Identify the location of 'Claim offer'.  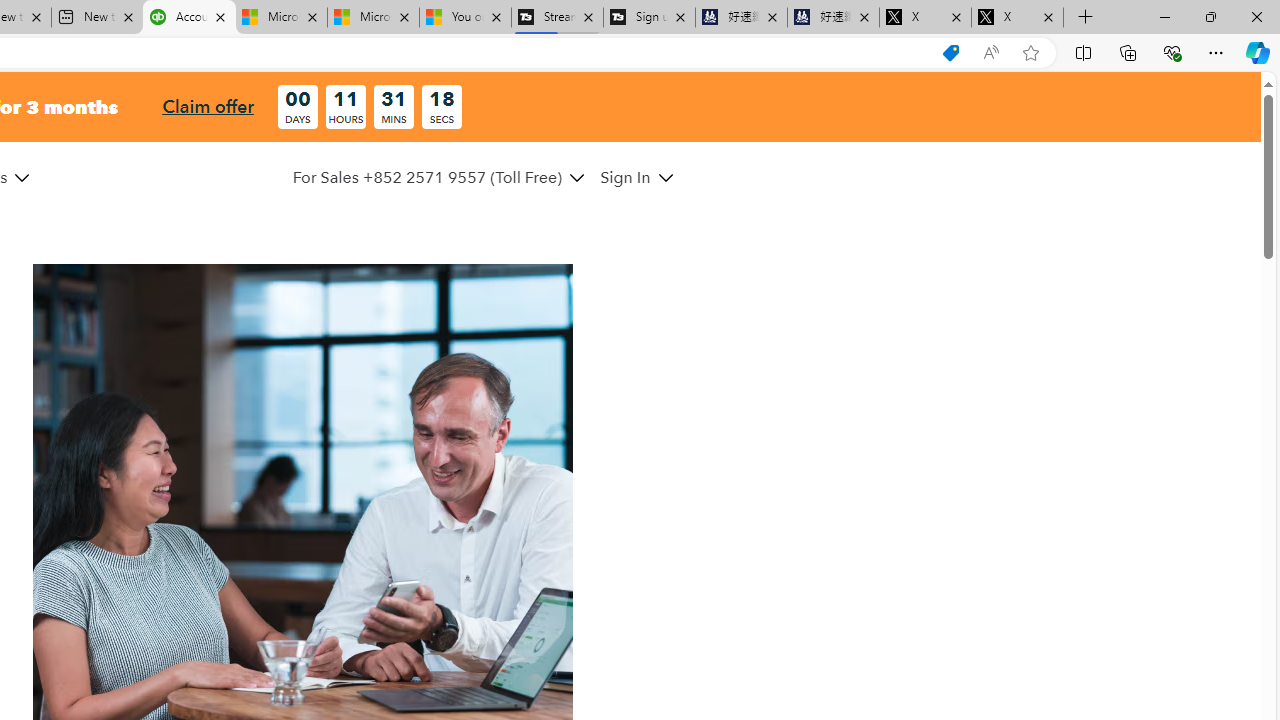
(208, 106).